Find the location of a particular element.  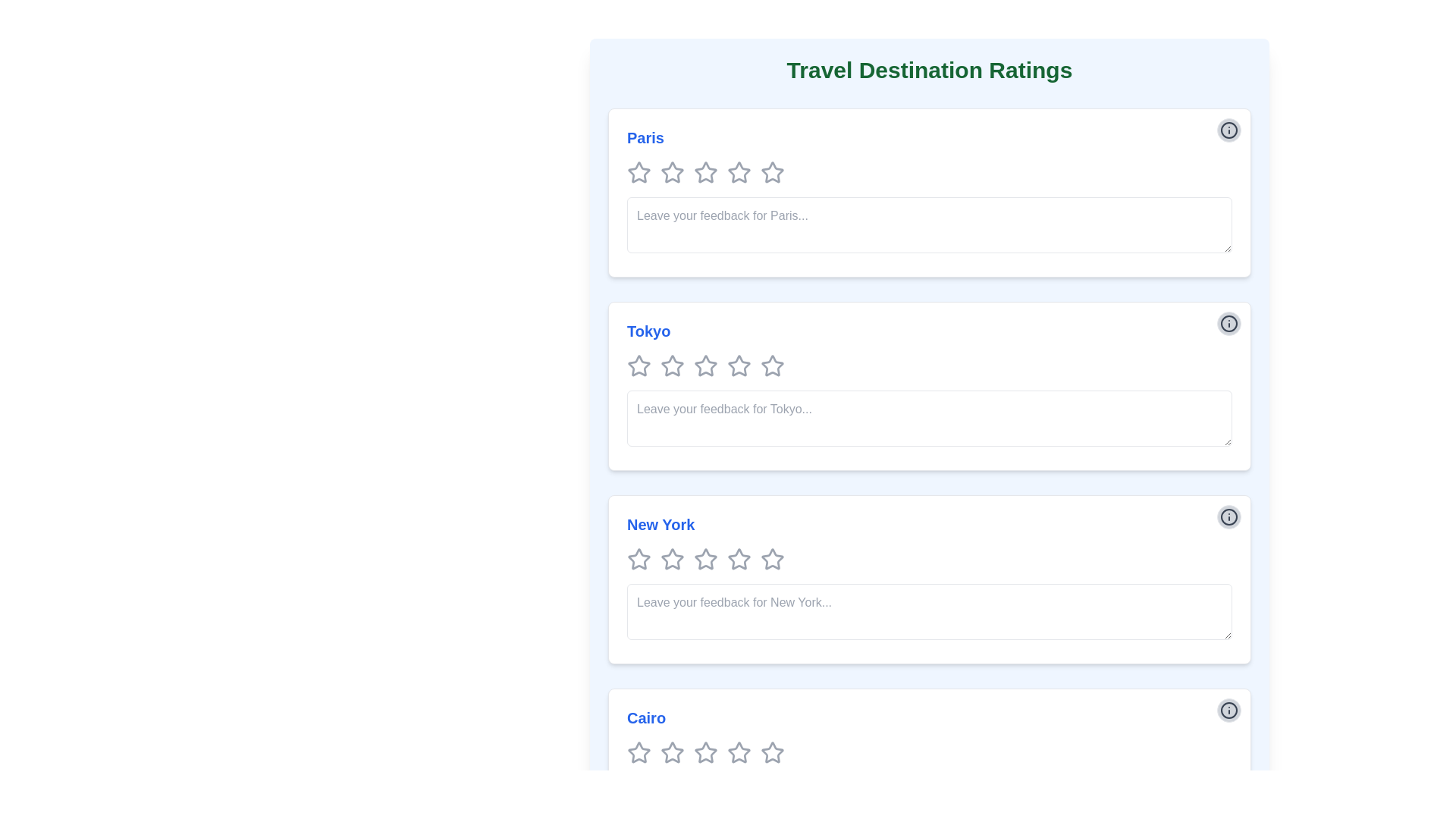

the first star icon with a grey border and hollow center located under the header 'Tokyo' is located at coordinates (639, 366).